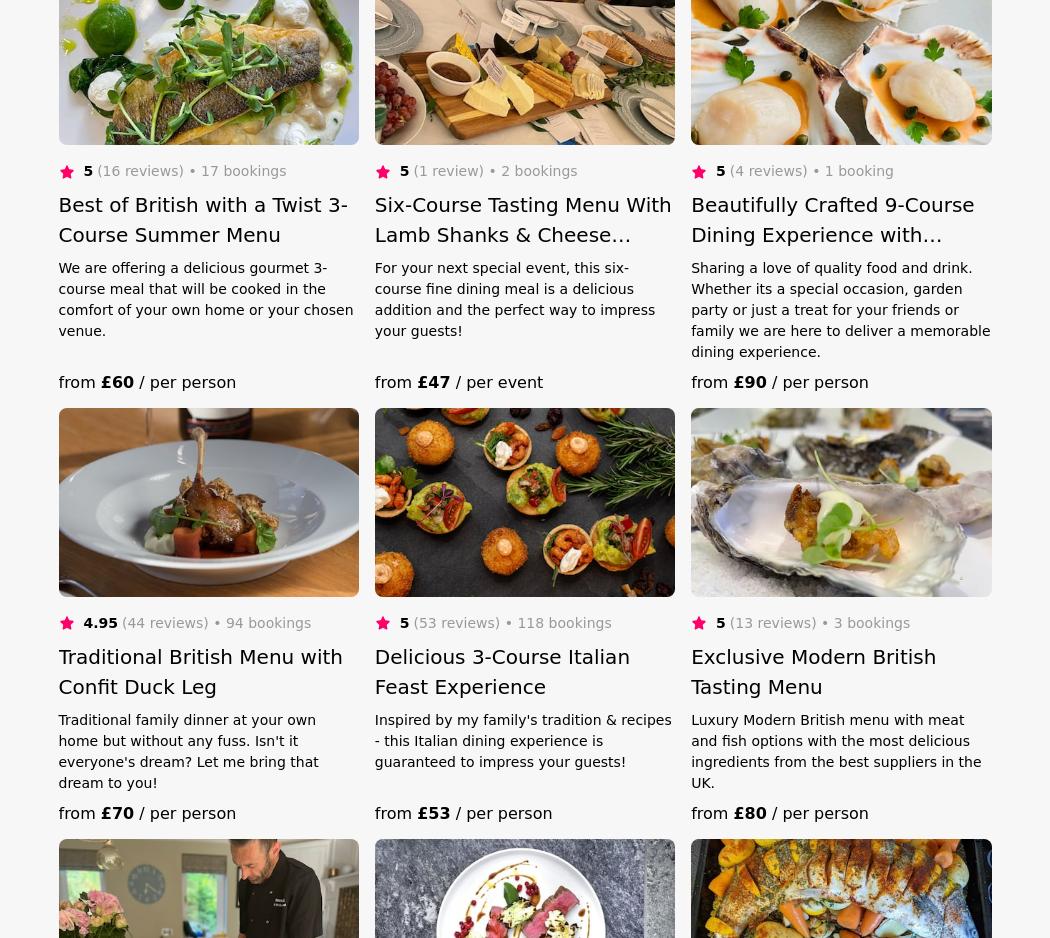 This screenshot has height=938, width=1050. What do you see at coordinates (513, 299) in the screenshot?
I see `'For your next special event, this six-course fine dining meal is a delicious addition and the perfect way to impress your guests!'` at bounding box center [513, 299].